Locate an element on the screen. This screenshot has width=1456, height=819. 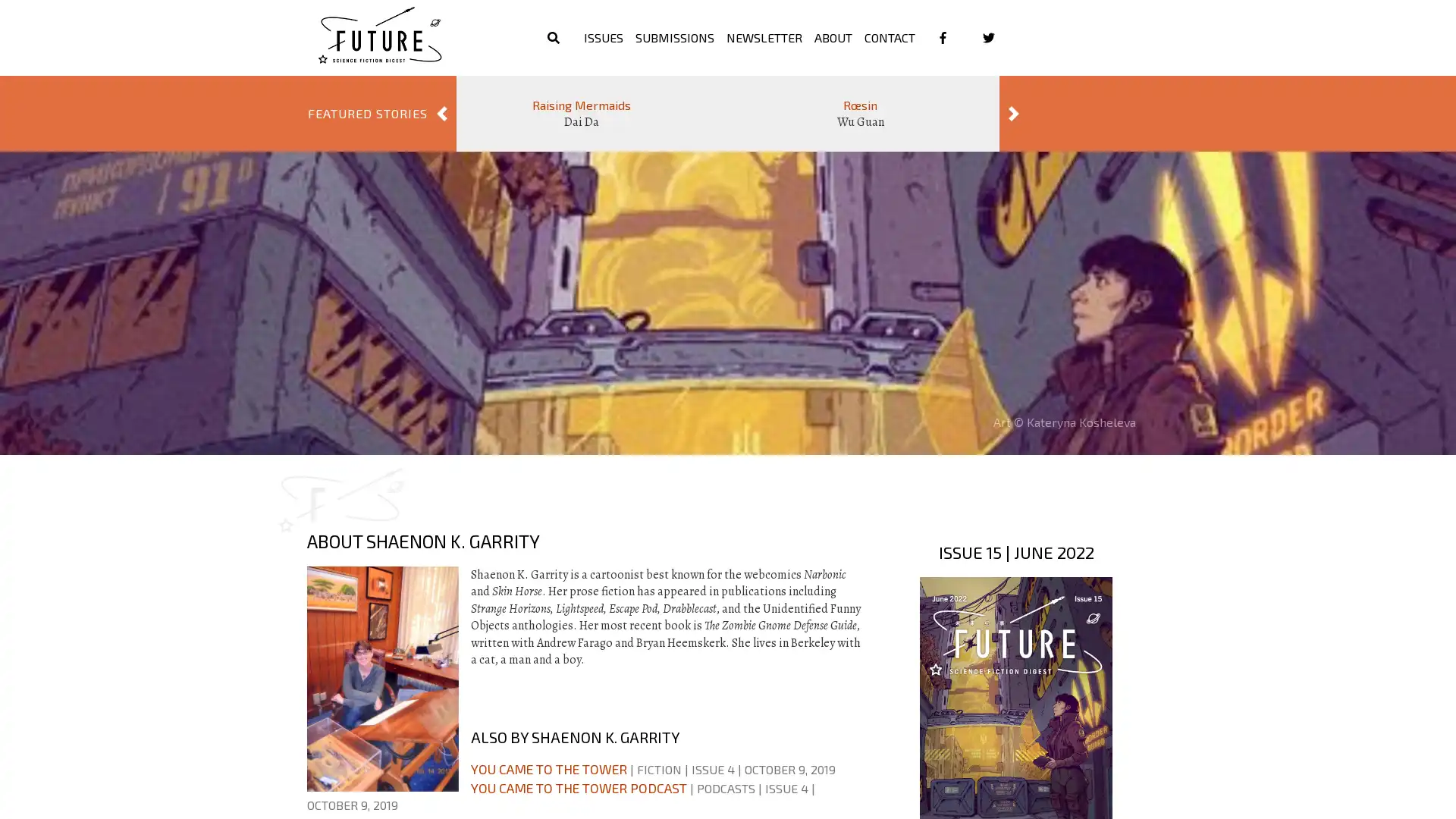
Previous is located at coordinates (441, 113).